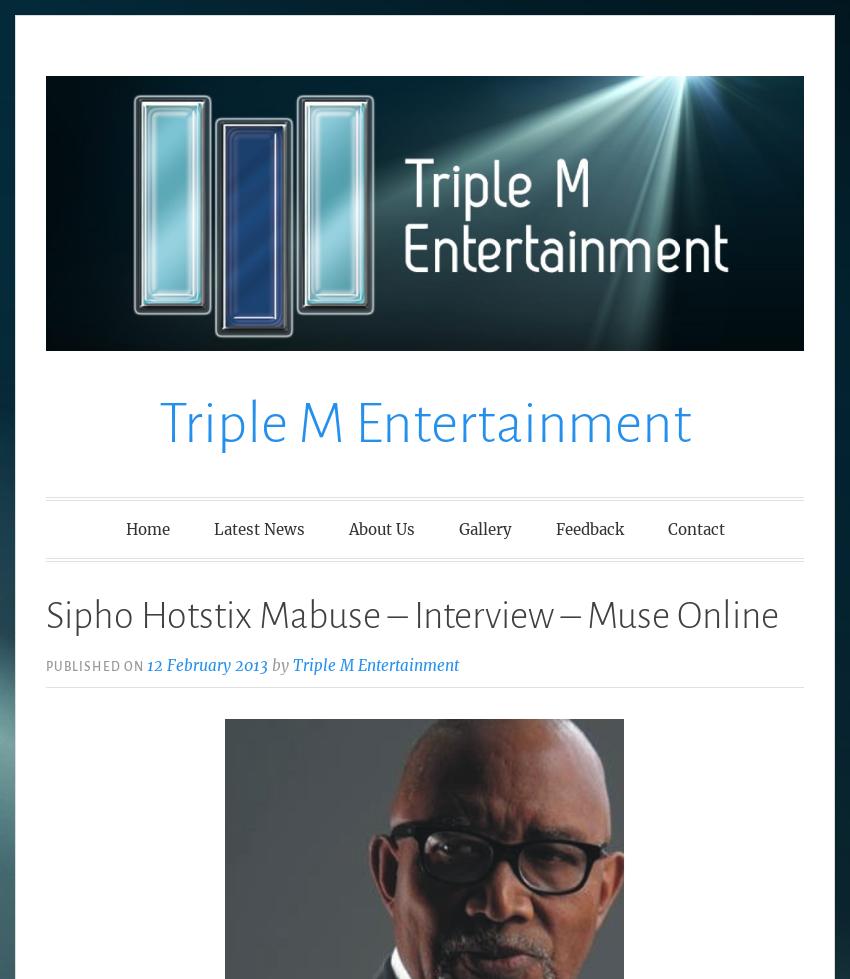  What do you see at coordinates (45, 614) in the screenshot?
I see `'Sipho Hotstix Mabuse – Interview – Muse Online'` at bounding box center [45, 614].